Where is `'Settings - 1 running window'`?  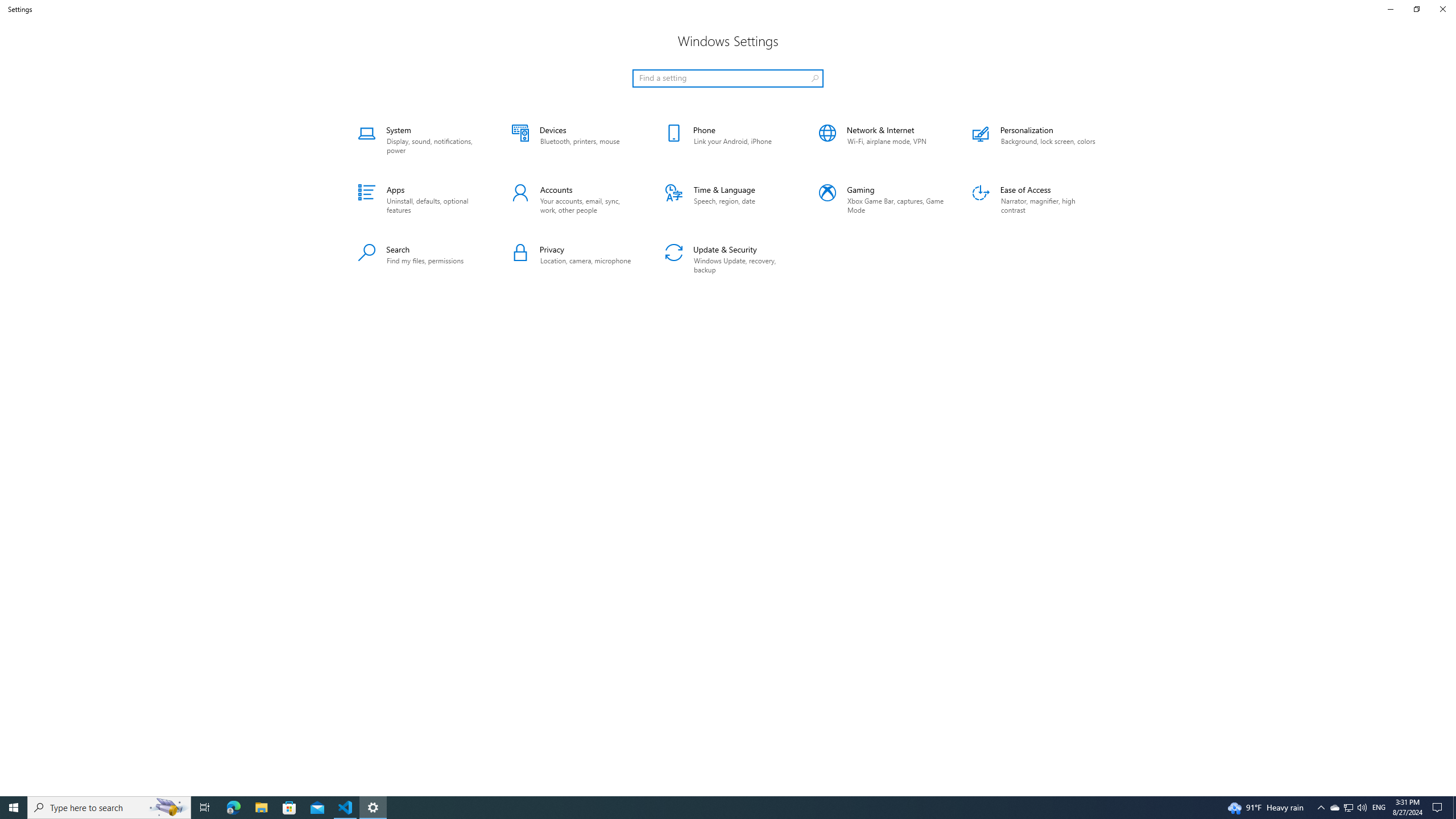
'Settings - 1 running window' is located at coordinates (373, 806).